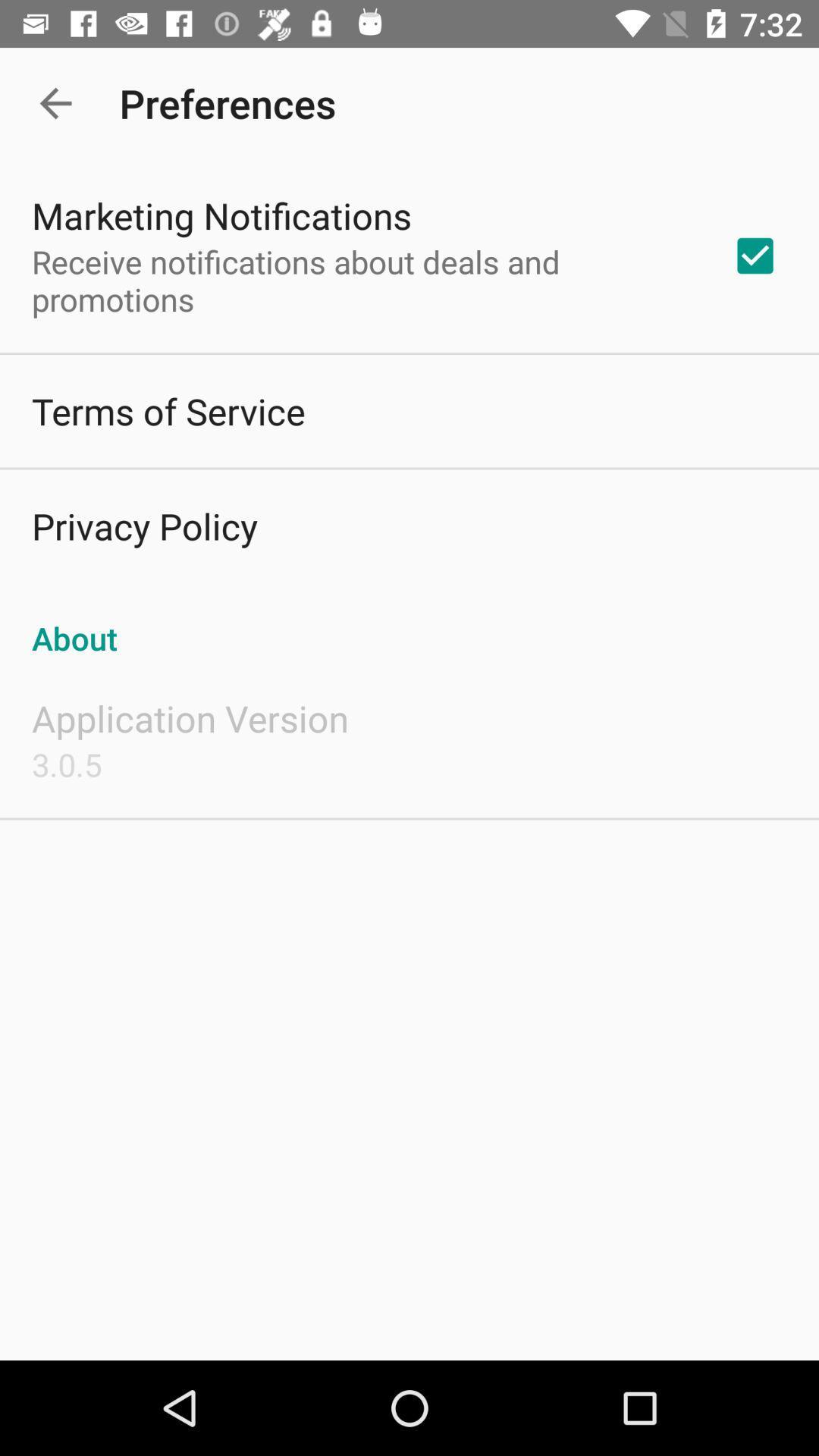  What do you see at coordinates (66, 764) in the screenshot?
I see `the item below the application version item` at bounding box center [66, 764].